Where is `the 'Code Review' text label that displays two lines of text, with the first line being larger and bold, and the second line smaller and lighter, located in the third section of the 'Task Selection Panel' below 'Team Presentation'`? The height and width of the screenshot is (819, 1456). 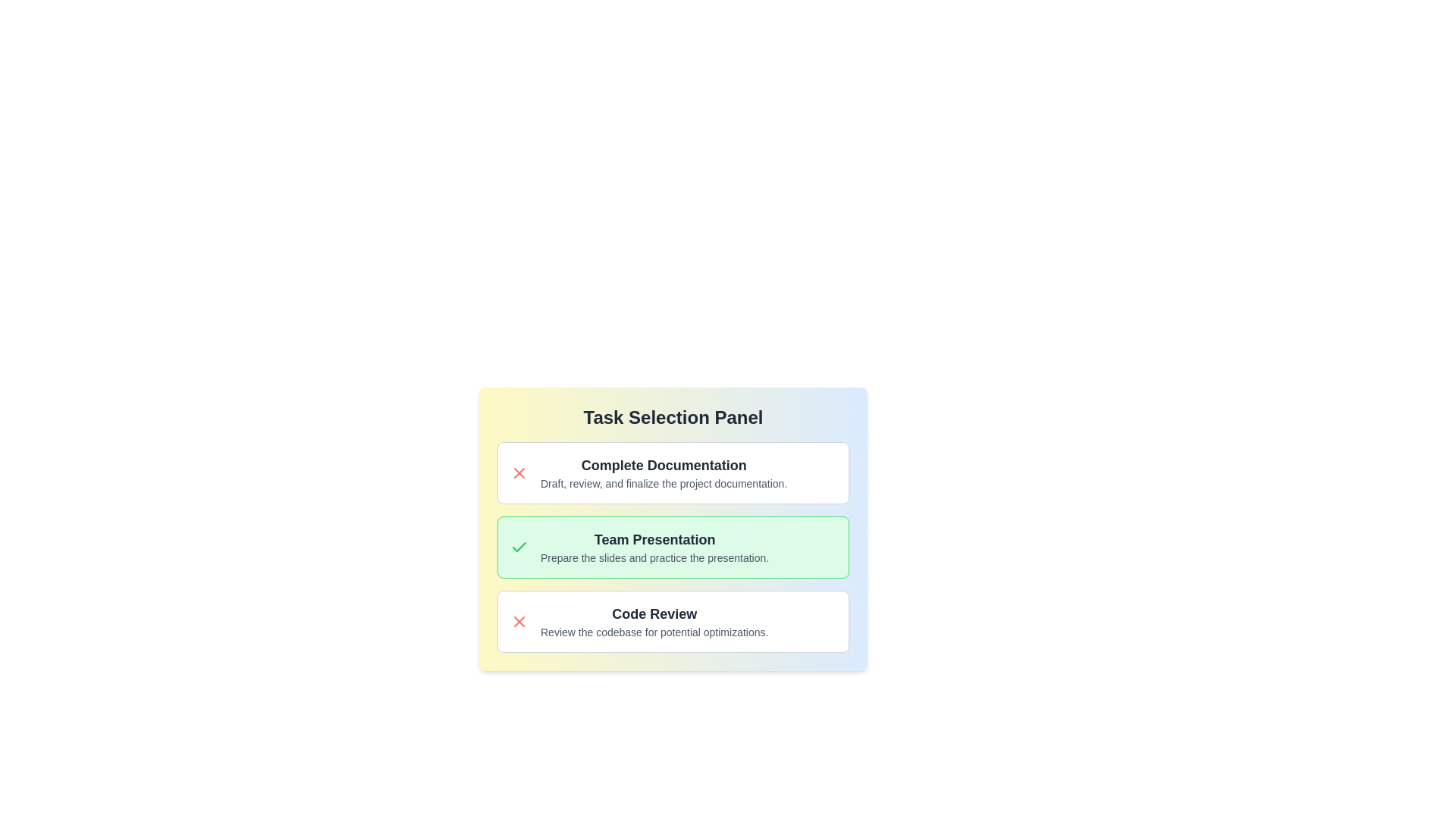
the 'Code Review' text label that displays two lines of text, with the first line being larger and bold, and the second line smaller and lighter, located in the third section of the 'Task Selection Panel' below 'Team Presentation' is located at coordinates (654, 622).